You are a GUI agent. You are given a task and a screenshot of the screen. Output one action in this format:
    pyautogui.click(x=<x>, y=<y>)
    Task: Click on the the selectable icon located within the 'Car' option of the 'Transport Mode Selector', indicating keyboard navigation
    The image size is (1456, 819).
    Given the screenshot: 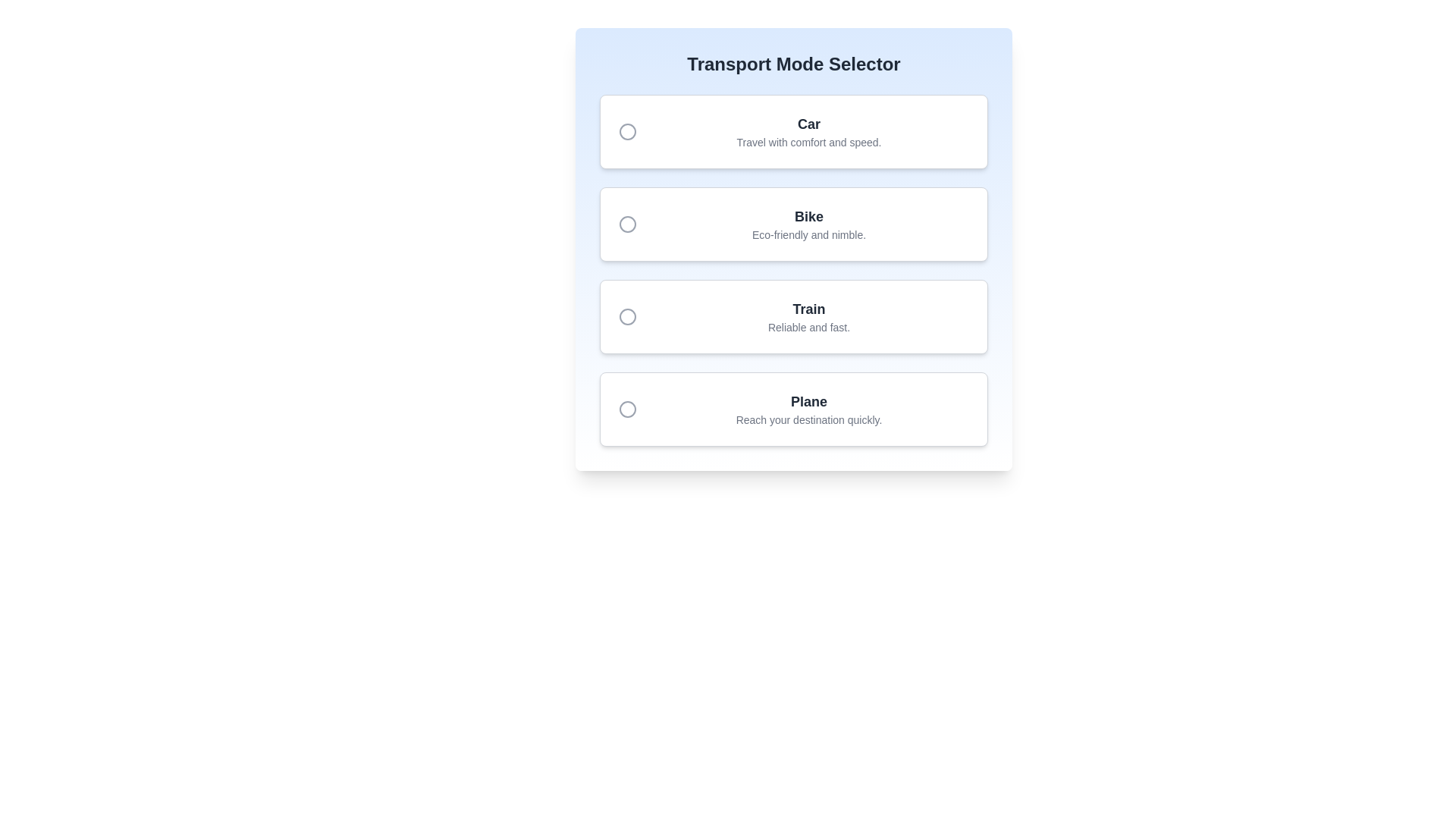 What is the action you would take?
    pyautogui.click(x=628, y=130)
    